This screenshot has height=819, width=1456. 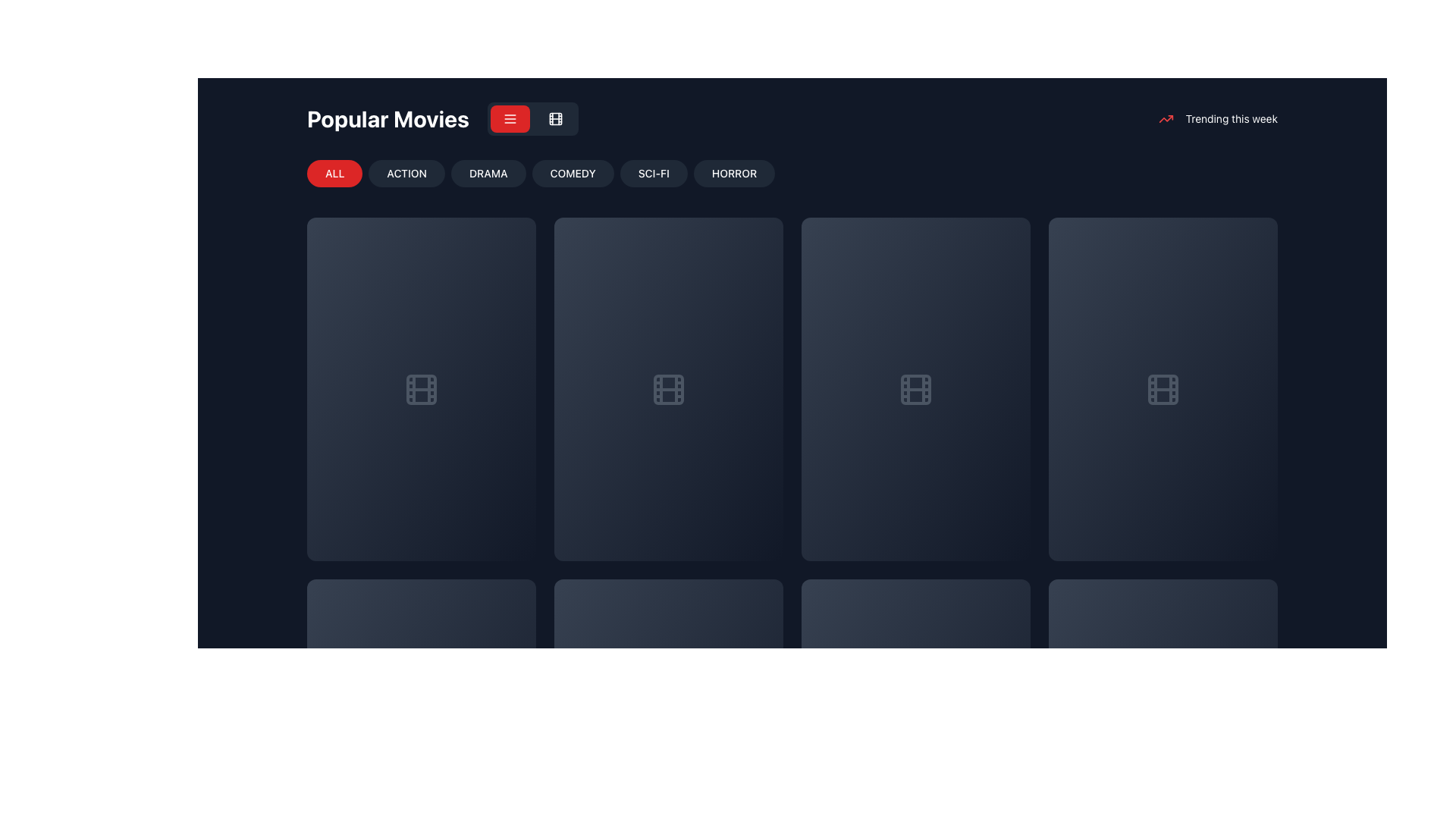 What do you see at coordinates (915, 388) in the screenshot?
I see `the film icon resembling a rectangular shape with a bordered frame and spaced-out vertical strips, styled in gray, located in the second row and third column of the grid layout` at bounding box center [915, 388].